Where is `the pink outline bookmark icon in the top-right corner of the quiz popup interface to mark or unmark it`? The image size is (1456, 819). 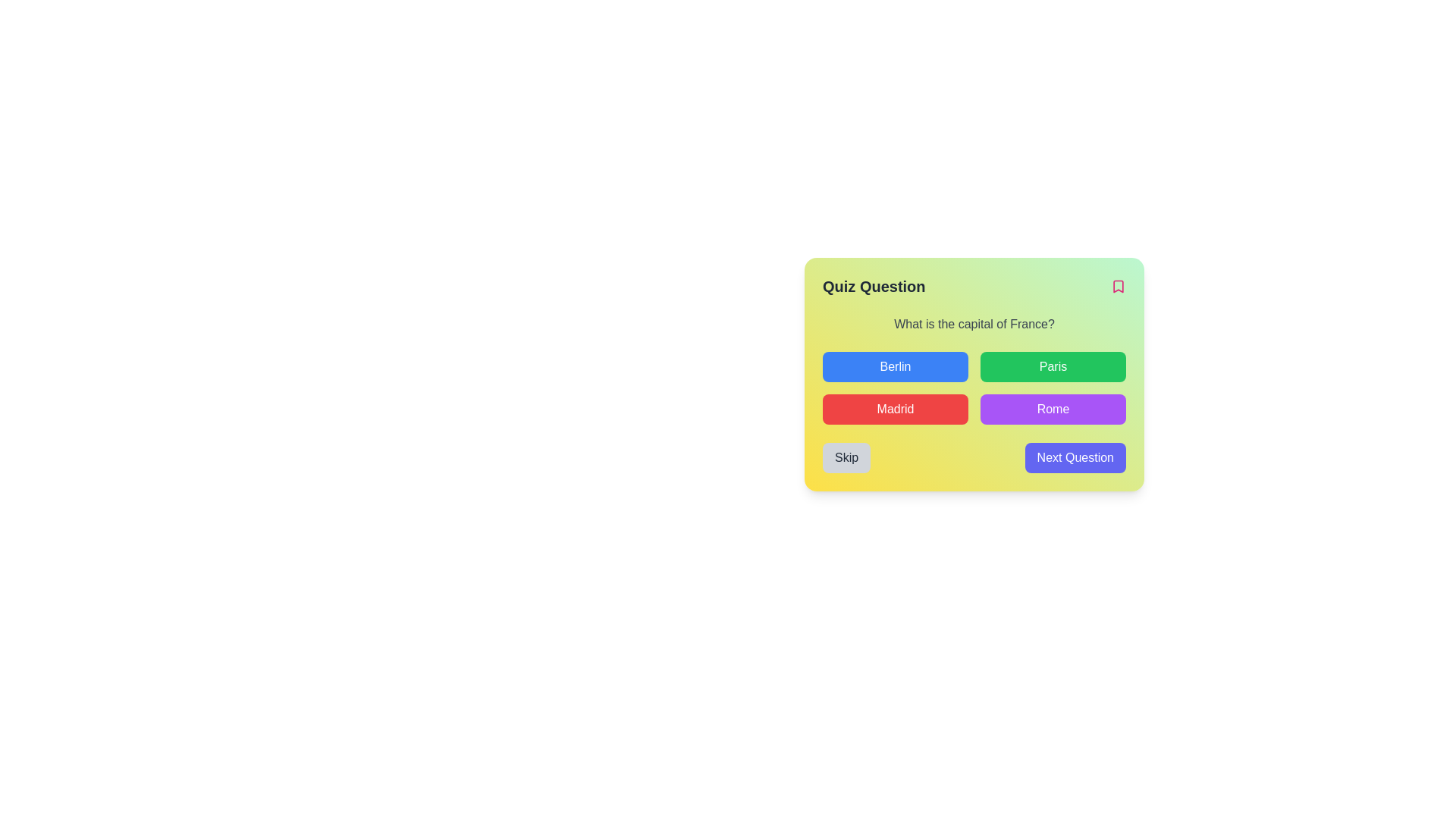
the pink outline bookmark icon in the top-right corner of the quiz popup interface to mark or unmark it is located at coordinates (1118, 287).